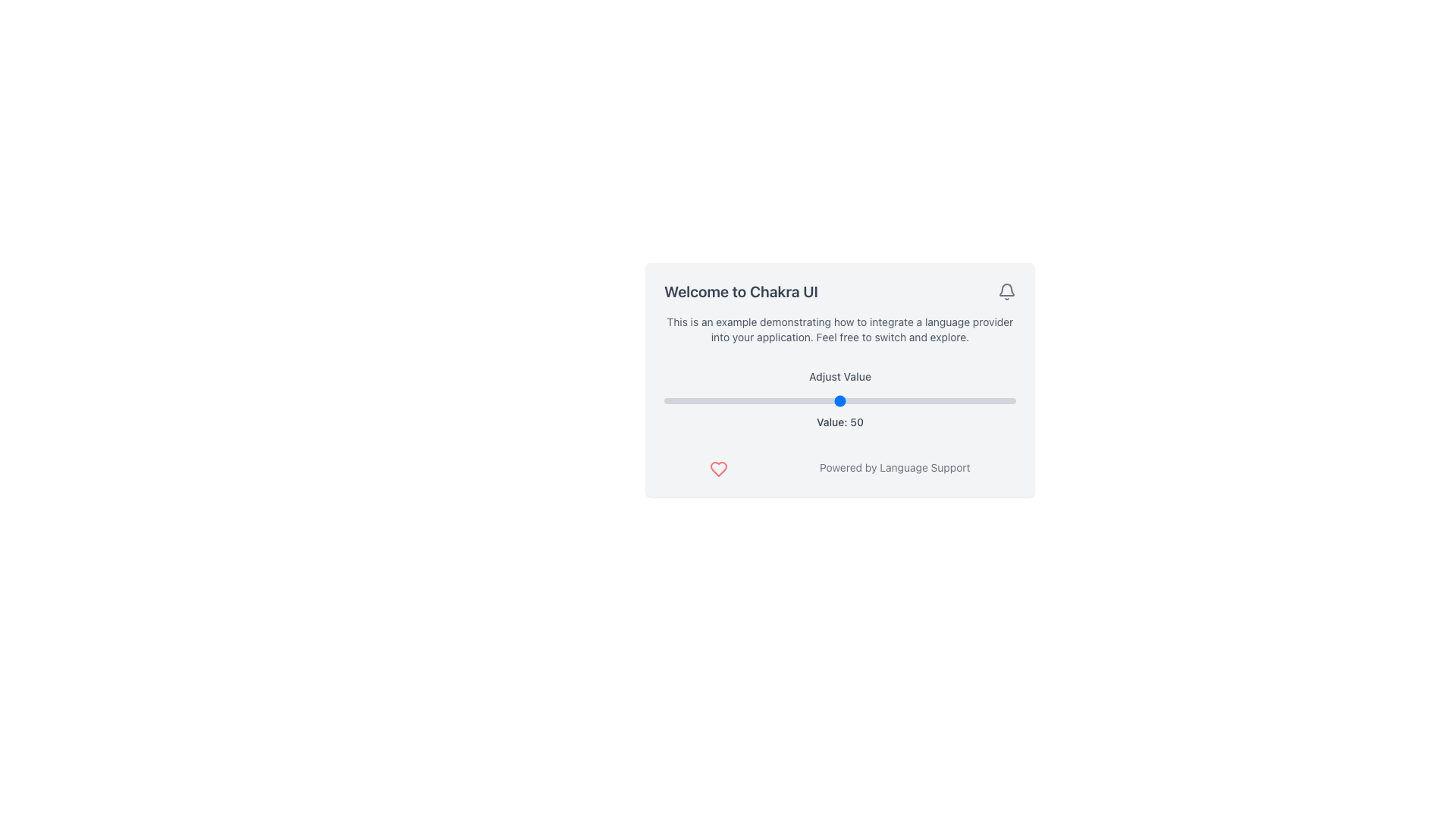 This screenshot has height=819, width=1456. I want to click on the slider value, so click(673, 400).